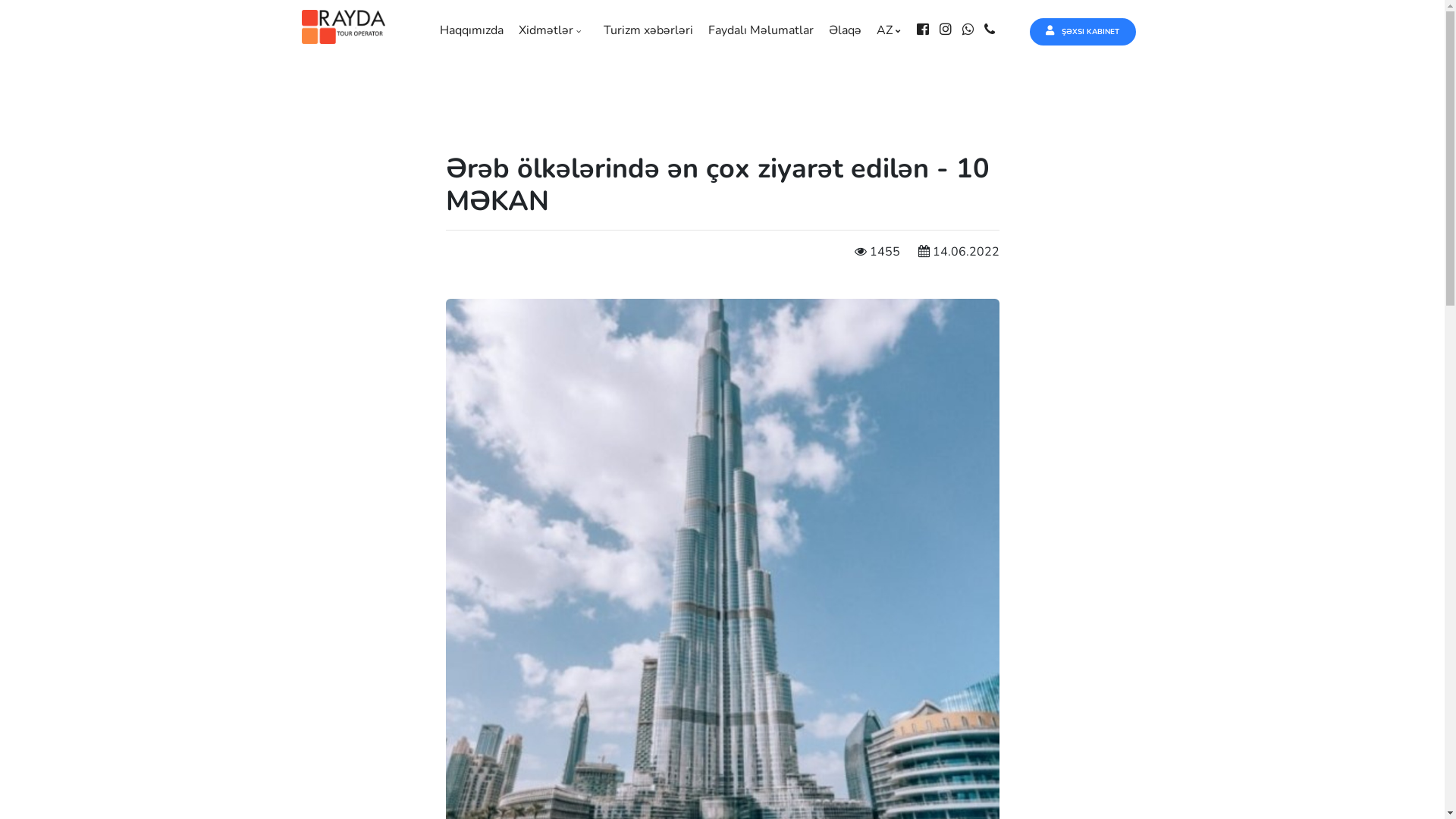 The height and width of the screenshot is (819, 1456). What do you see at coordinates (926, 30) in the screenshot?
I see `'facebook'` at bounding box center [926, 30].